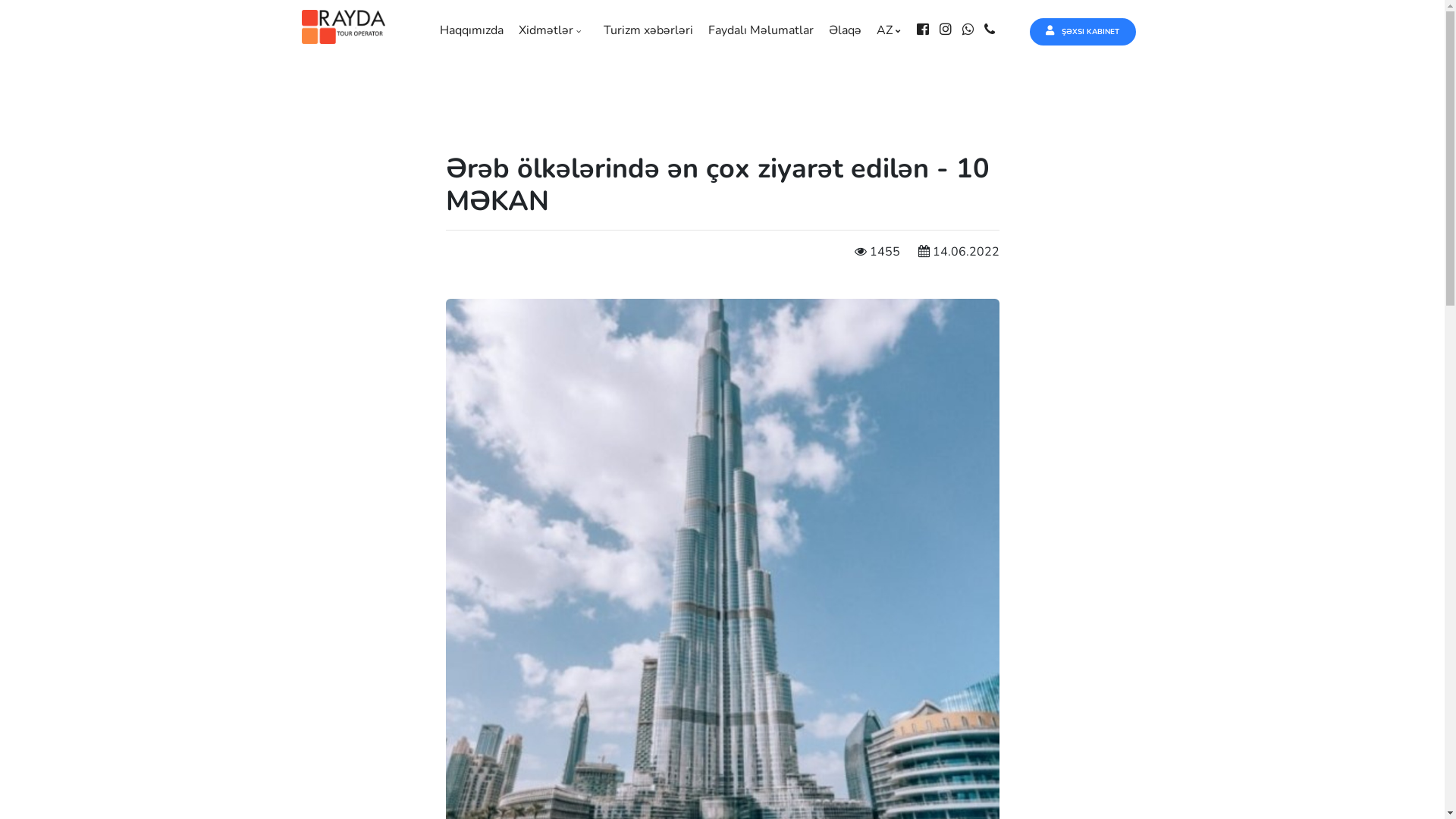 The height and width of the screenshot is (819, 1456). What do you see at coordinates (926, 30) in the screenshot?
I see `'facebook'` at bounding box center [926, 30].